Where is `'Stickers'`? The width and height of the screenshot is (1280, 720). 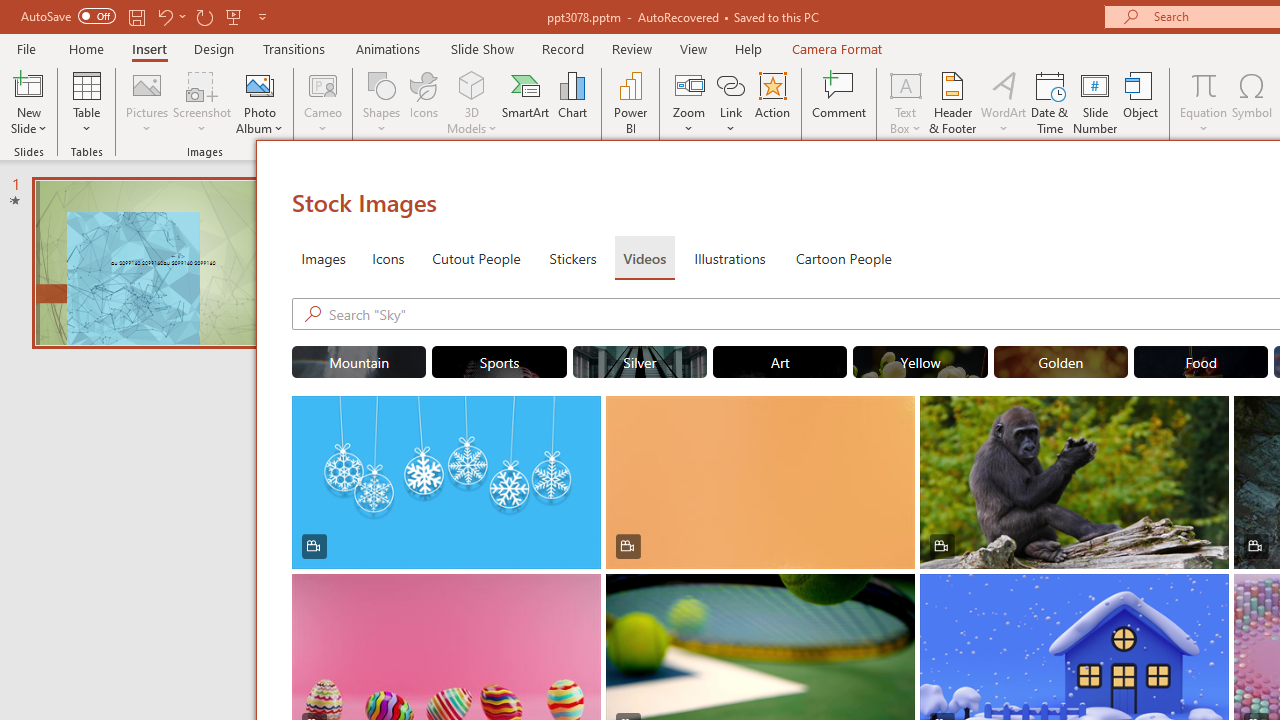 'Stickers' is located at coordinates (572, 257).